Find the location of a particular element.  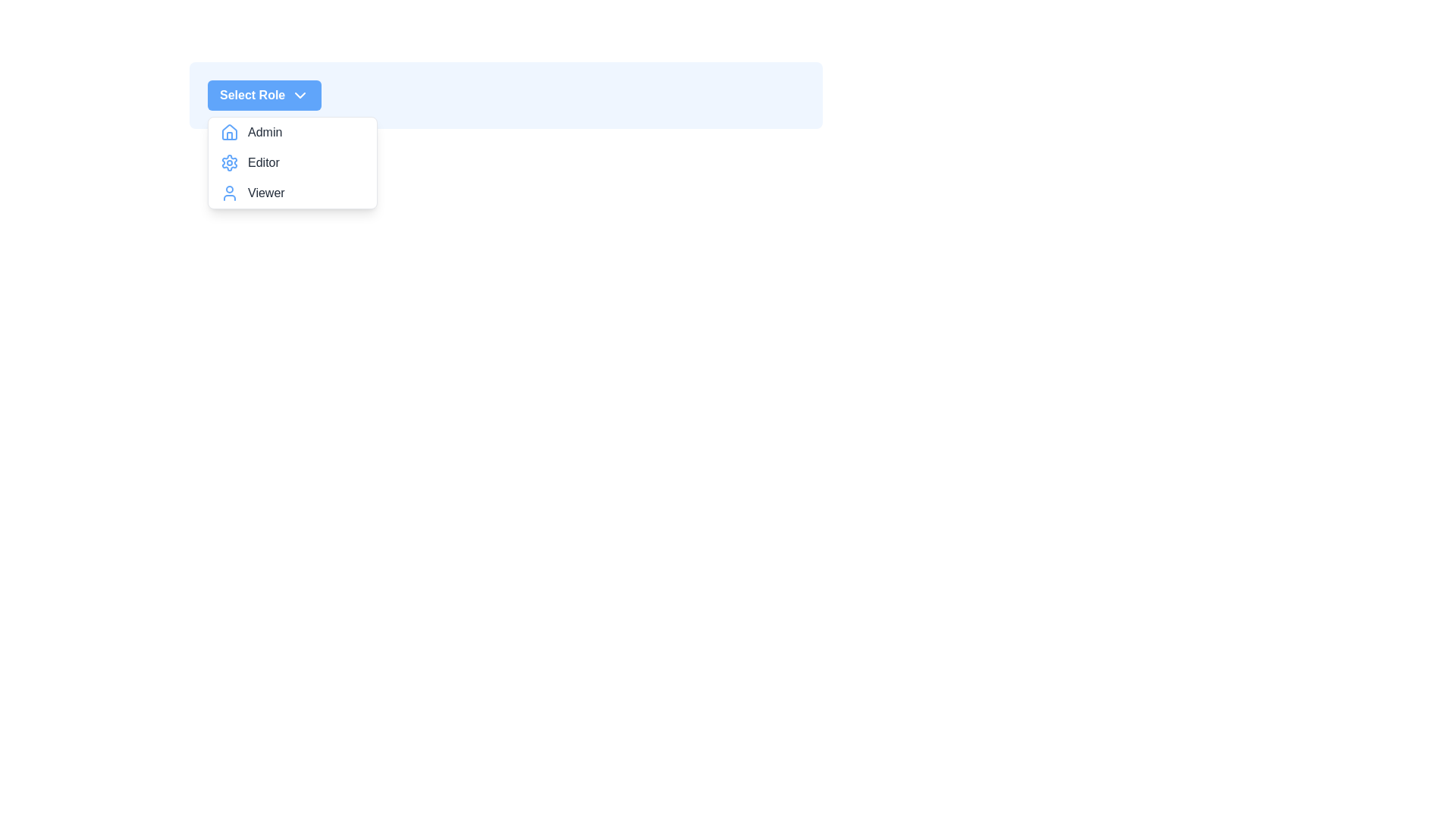

the role Admin from the dropdown menu is located at coordinates (292, 131).